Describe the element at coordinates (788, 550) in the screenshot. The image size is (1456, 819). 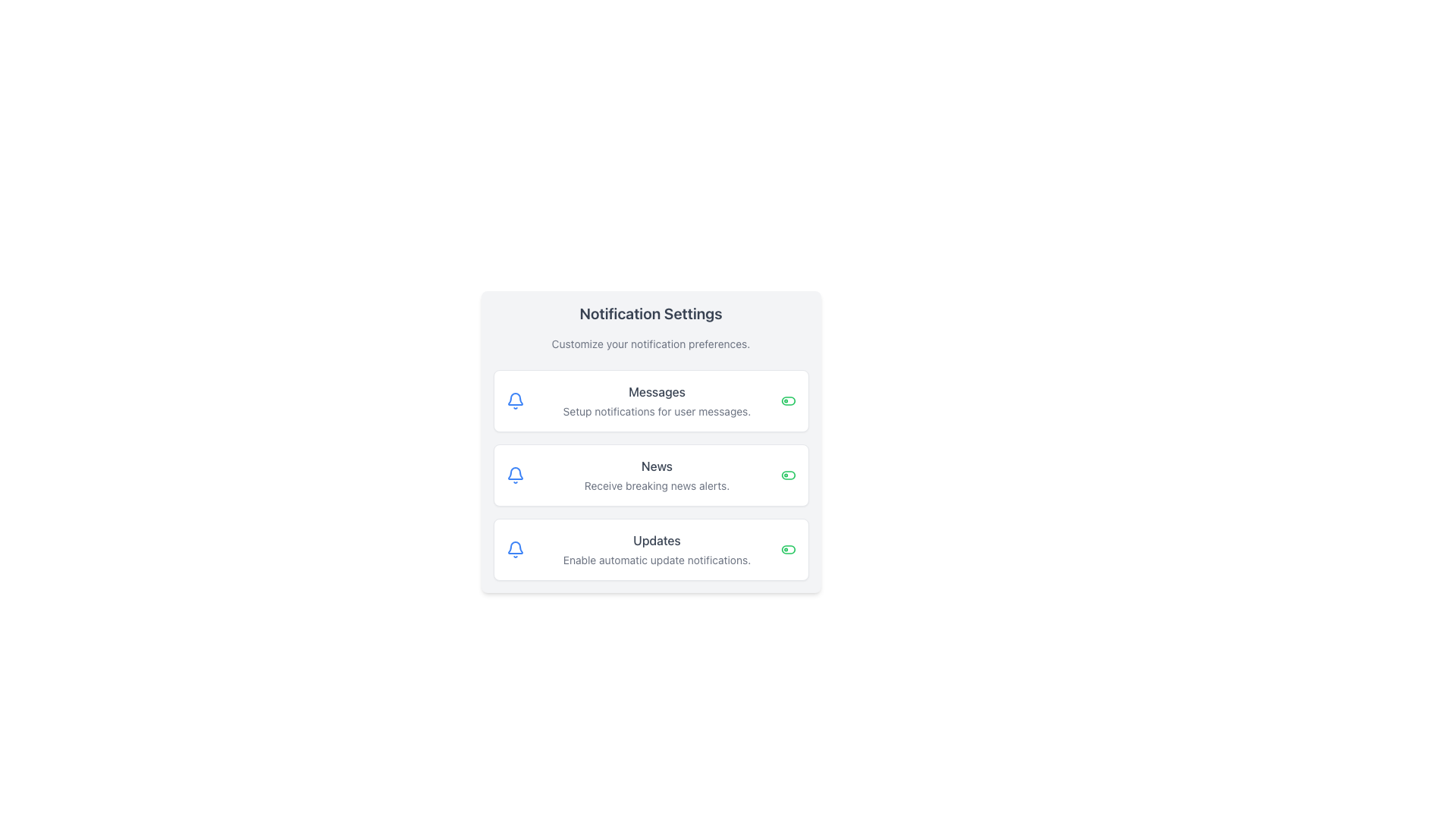
I see `the toggle switch for automatic update notifications located at the far right of the 'Updates' section in the notification settings` at that location.